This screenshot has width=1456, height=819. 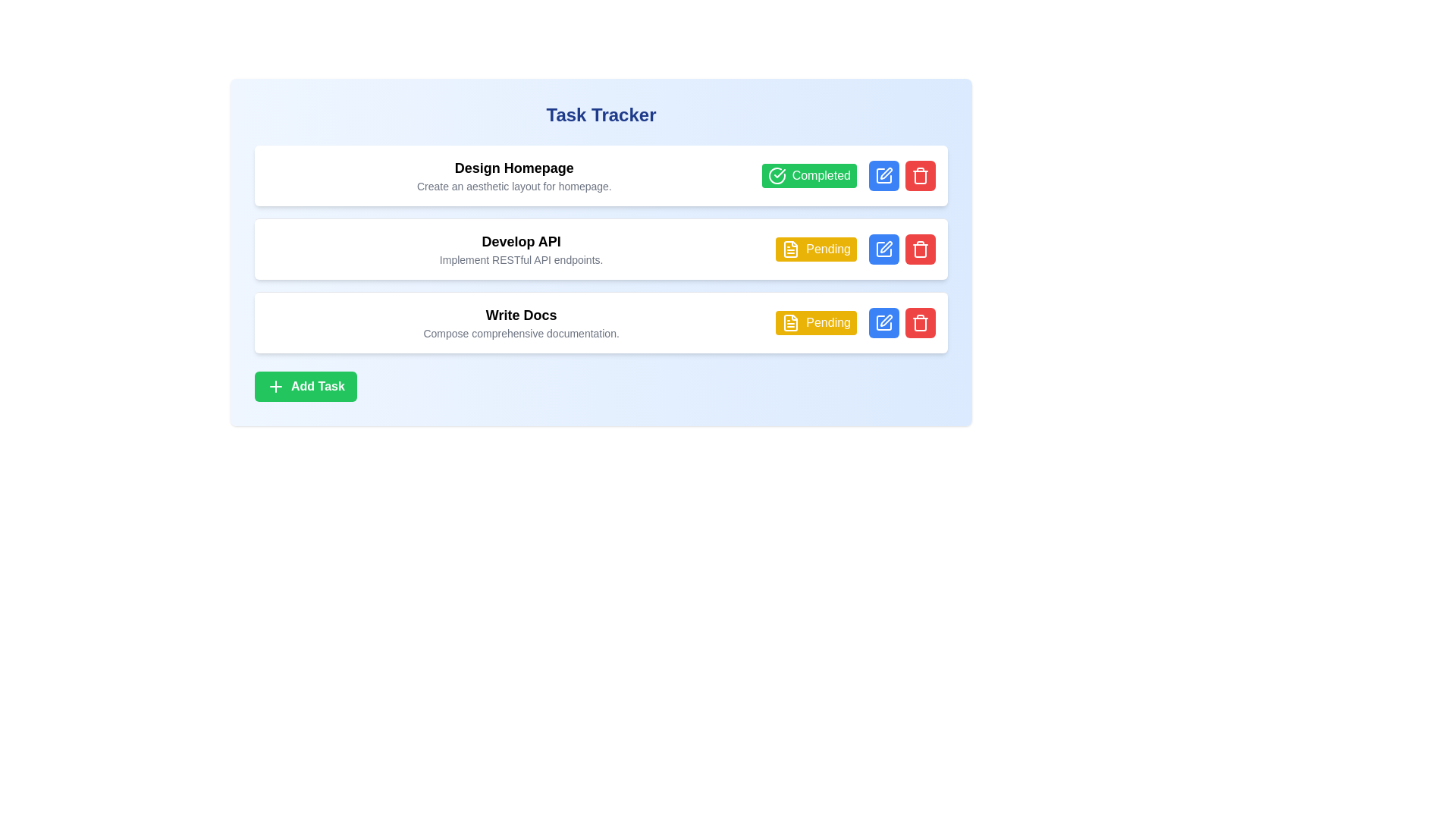 I want to click on the edit button located to the right of the green 'Completed' button in the first task row of the task management interface to change its color, so click(x=884, y=174).